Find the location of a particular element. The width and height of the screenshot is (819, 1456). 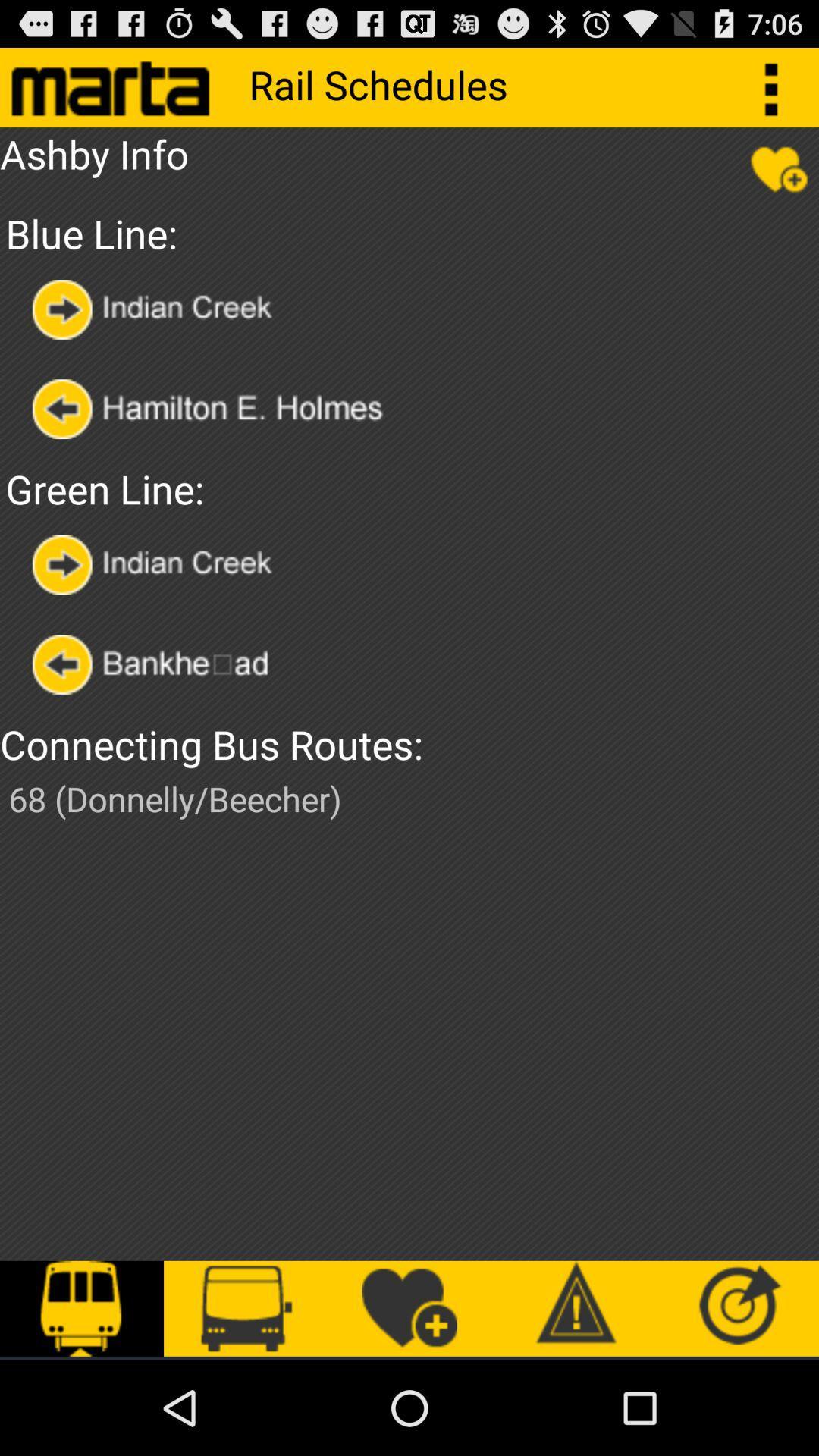

hamiliton e. holmes section is located at coordinates (229, 409).